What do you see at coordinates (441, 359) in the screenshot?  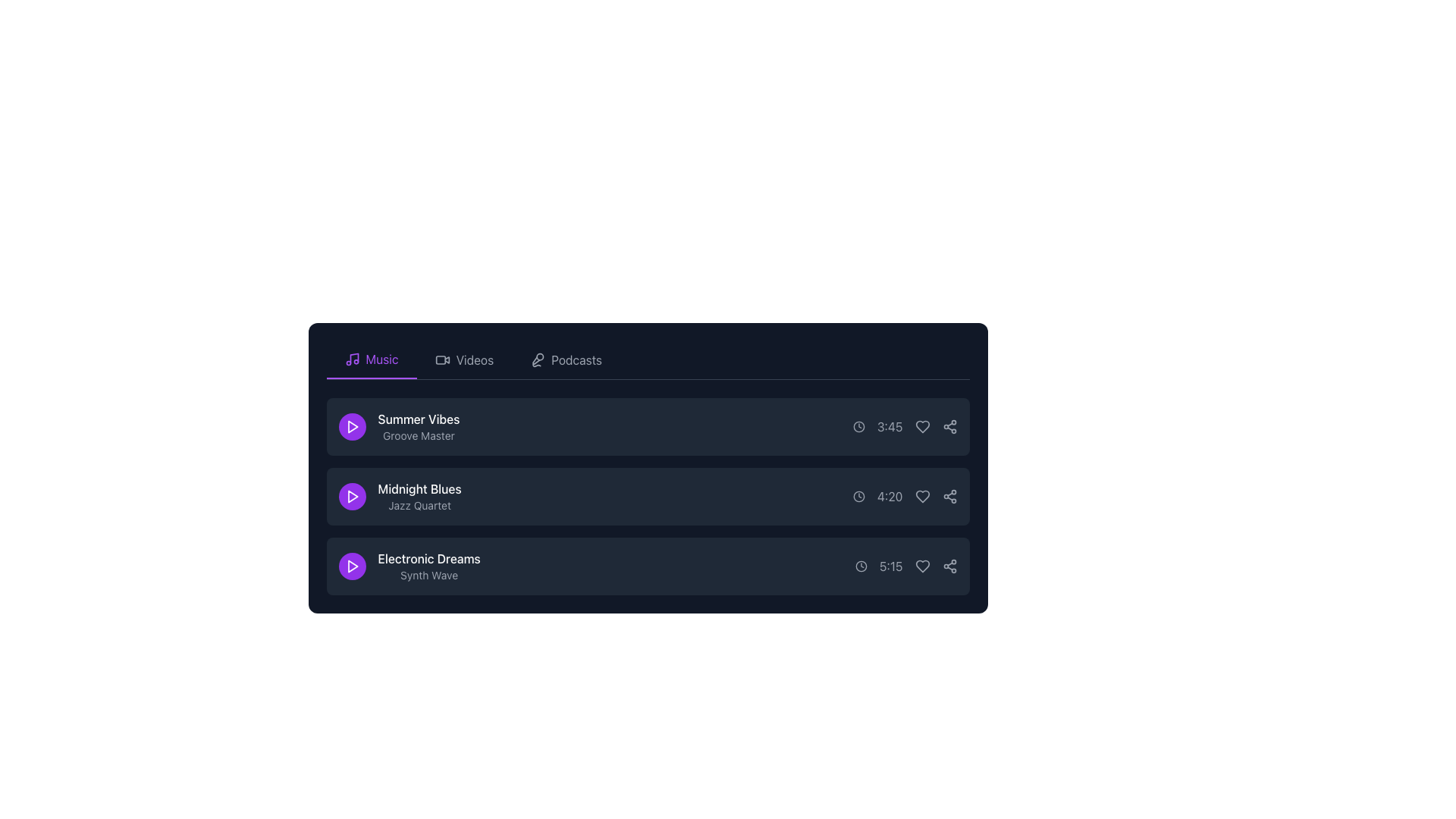 I see `the 'Videos' icon in the top-center vertical menu` at bounding box center [441, 359].